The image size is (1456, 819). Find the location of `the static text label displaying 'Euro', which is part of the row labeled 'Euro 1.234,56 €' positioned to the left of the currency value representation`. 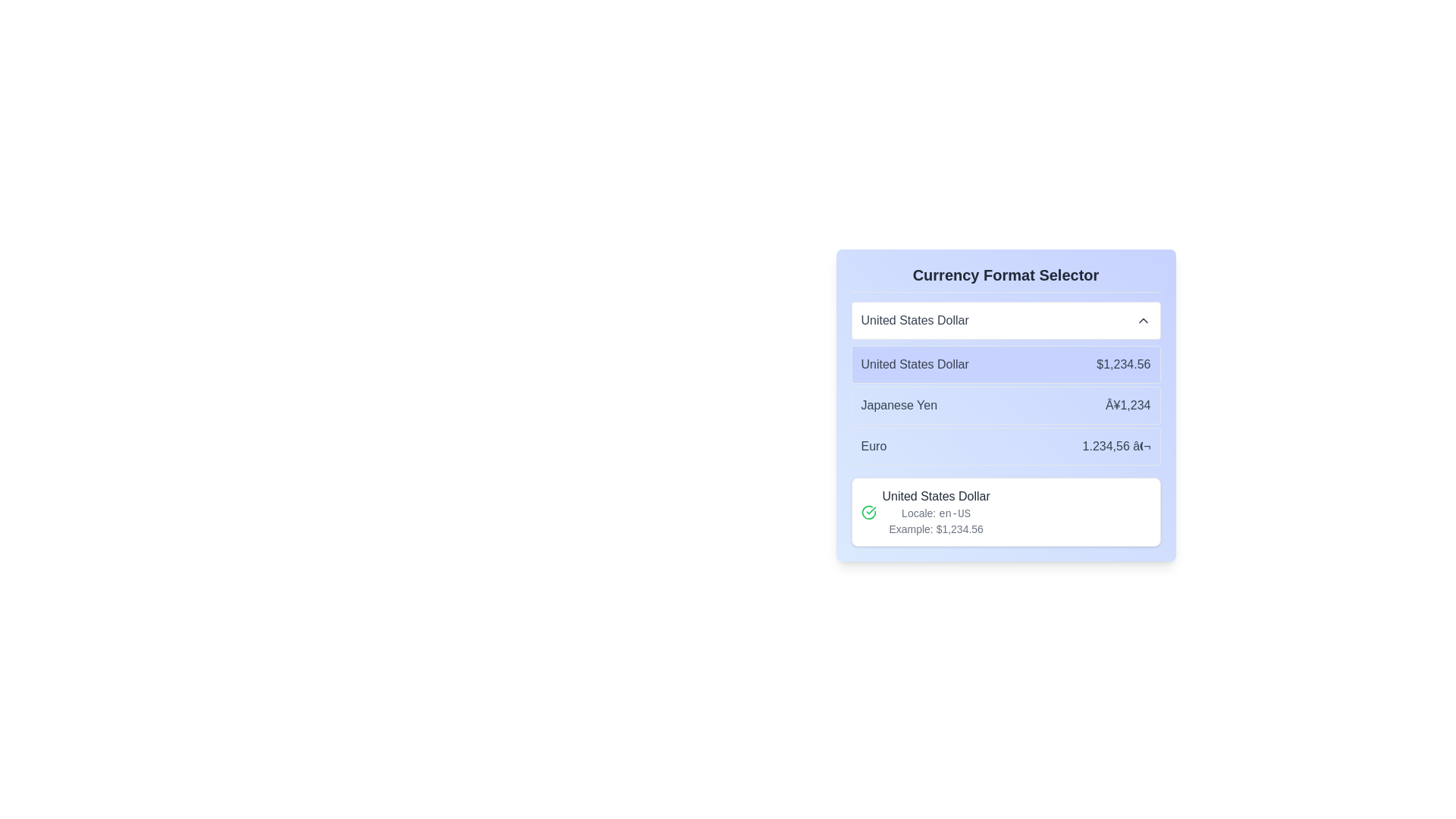

the static text label displaying 'Euro', which is part of the row labeled 'Euro 1.234,56 €' positioned to the left of the currency value representation is located at coordinates (874, 446).